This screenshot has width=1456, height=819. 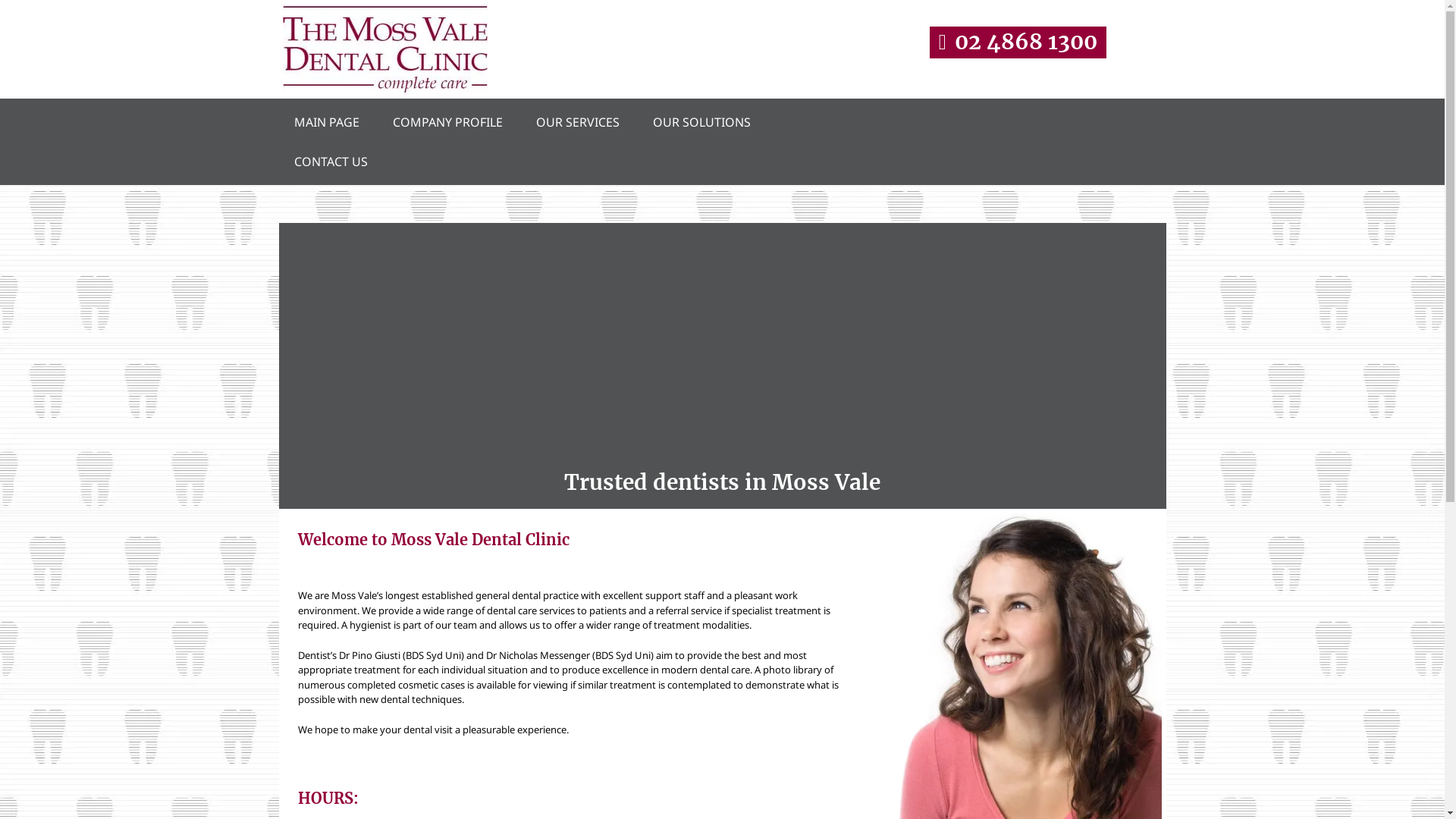 I want to click on 'COMPANY PROFILE', so click(x=381, y=121).